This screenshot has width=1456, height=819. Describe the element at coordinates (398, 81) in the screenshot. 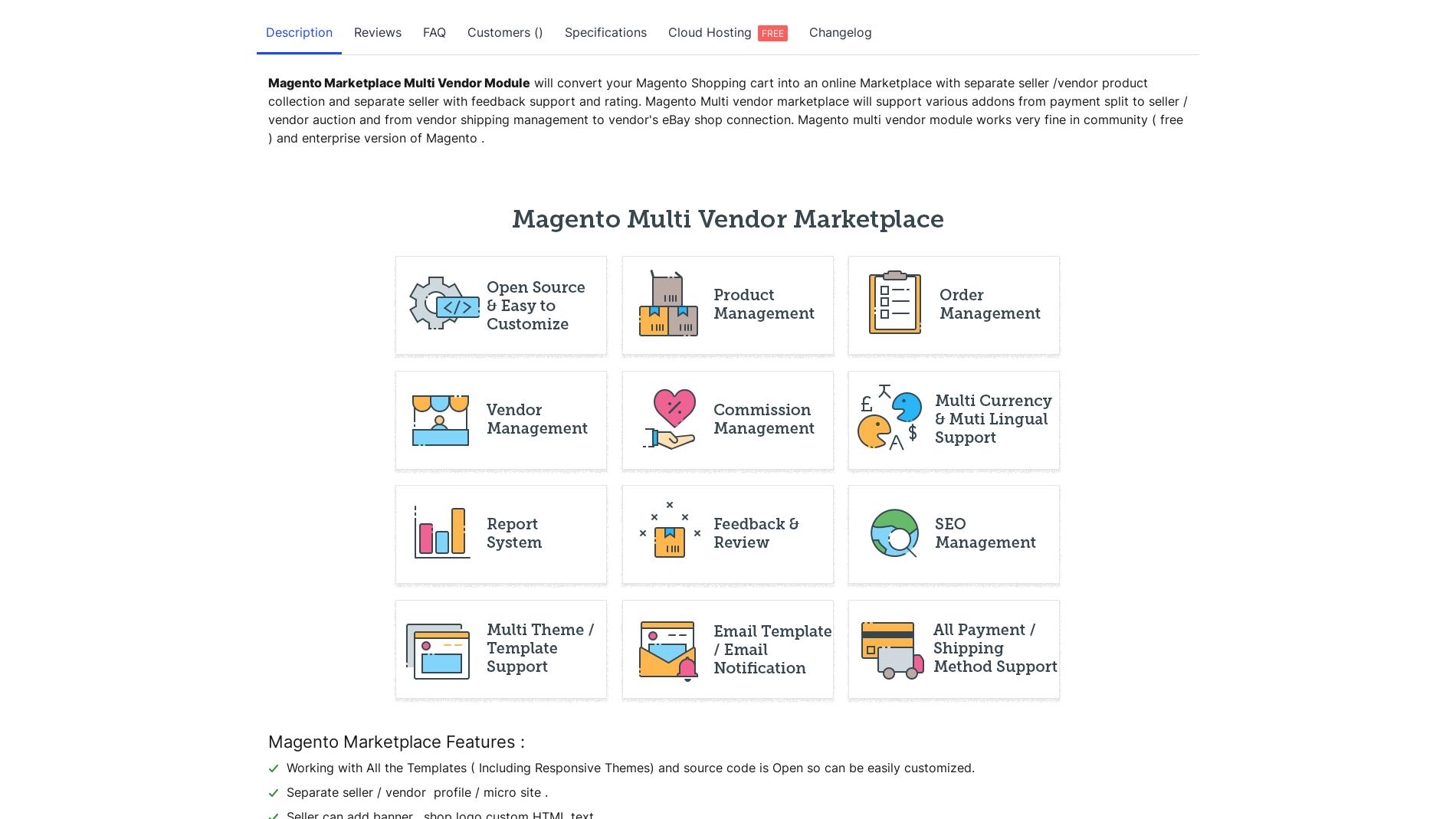

I see `'Magento Marketplace Multi Vendor Module'` at that location.